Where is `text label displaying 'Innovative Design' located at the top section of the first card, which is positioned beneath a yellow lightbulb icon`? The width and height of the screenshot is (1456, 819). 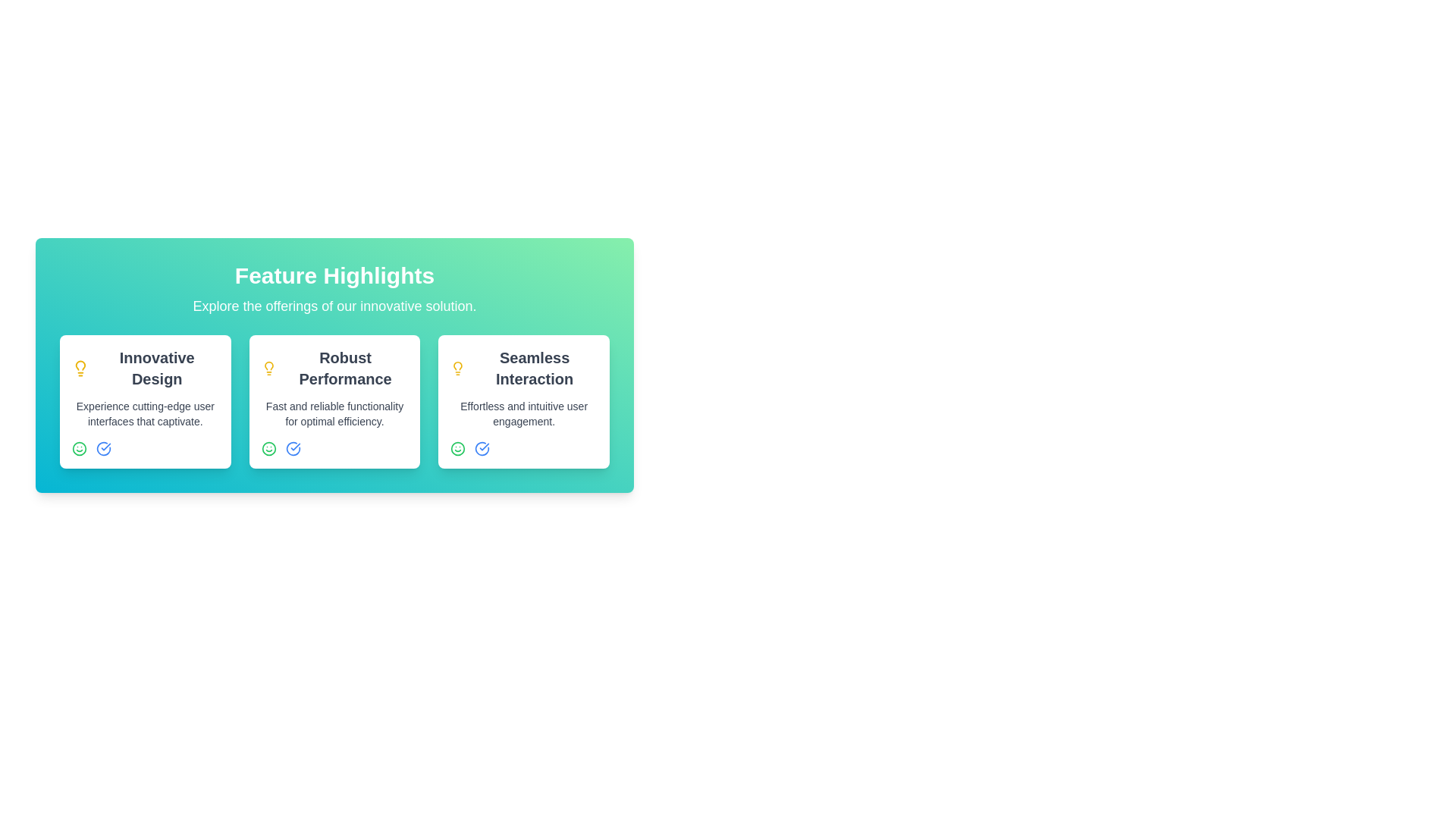
text label displaying 'Innovative Design' located at the top section of the first card, which is positioned beneath a yellow lightbulb icon is located at coordinates (157, 369).